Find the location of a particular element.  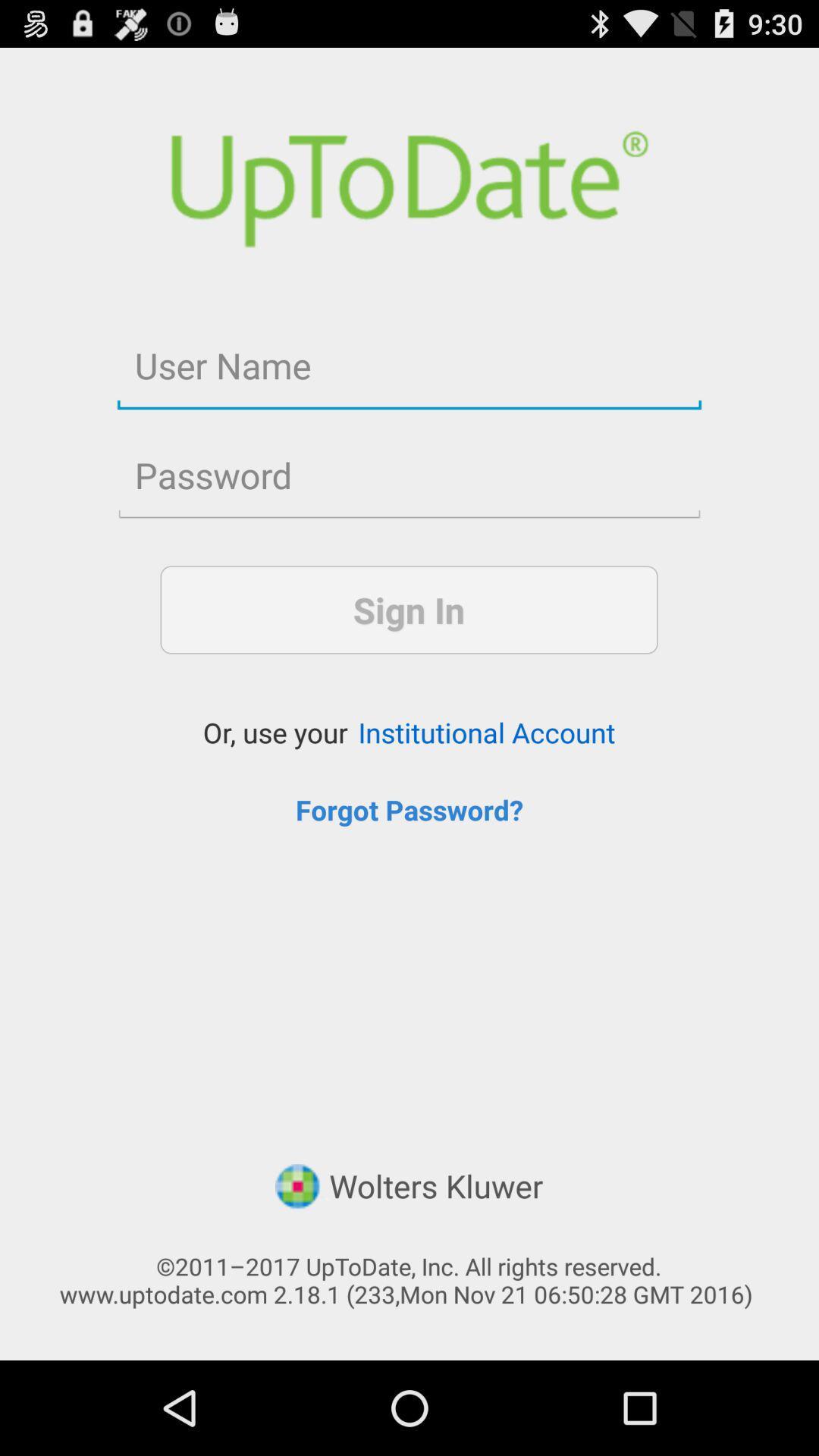

the item below or, use your icon is located at coordinates (409, 809).